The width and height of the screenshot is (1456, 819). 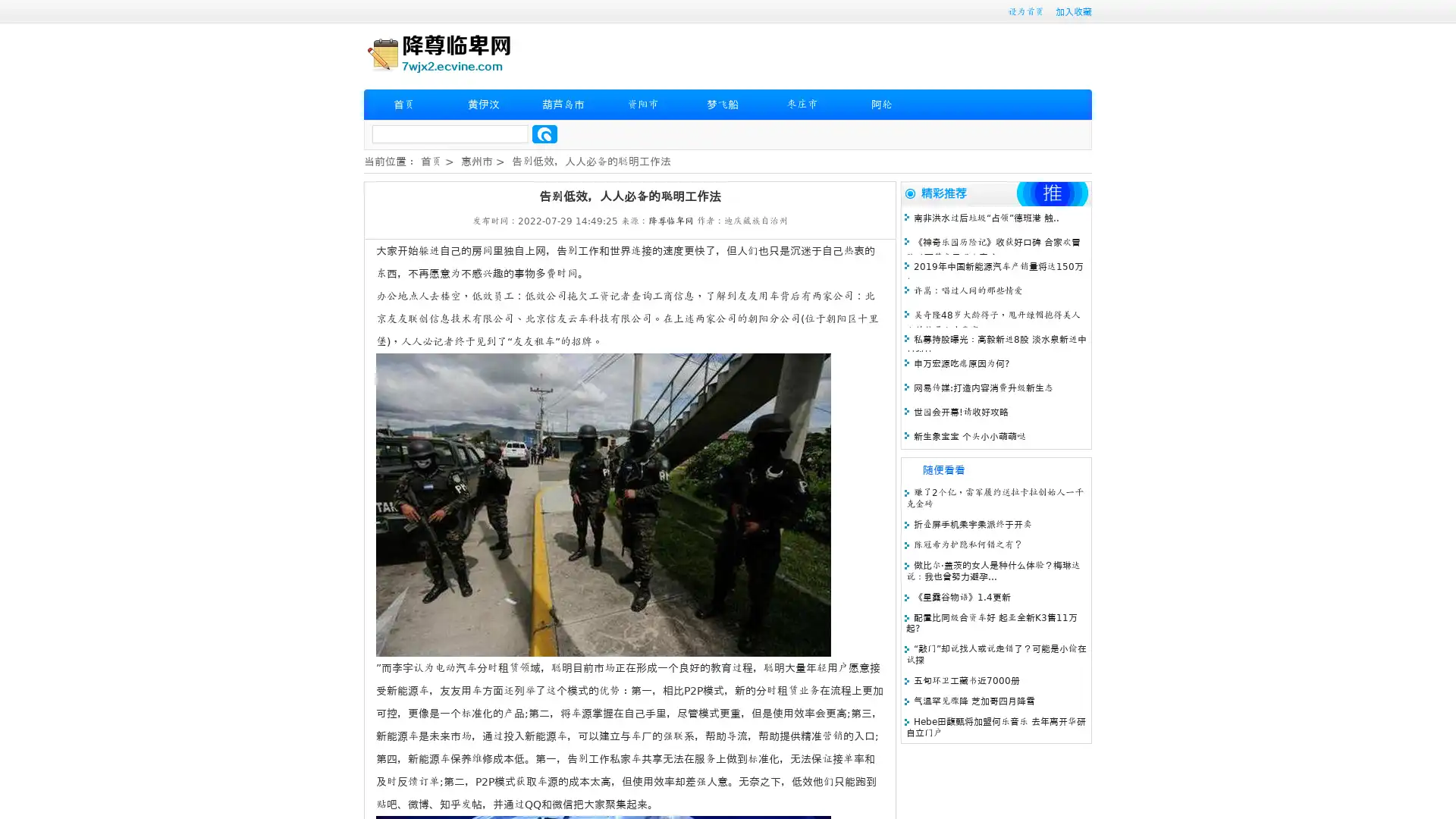 What do you see at coordinates (544, 133) in the screenshot?
I see `Search` at bounding box center [544, 133].